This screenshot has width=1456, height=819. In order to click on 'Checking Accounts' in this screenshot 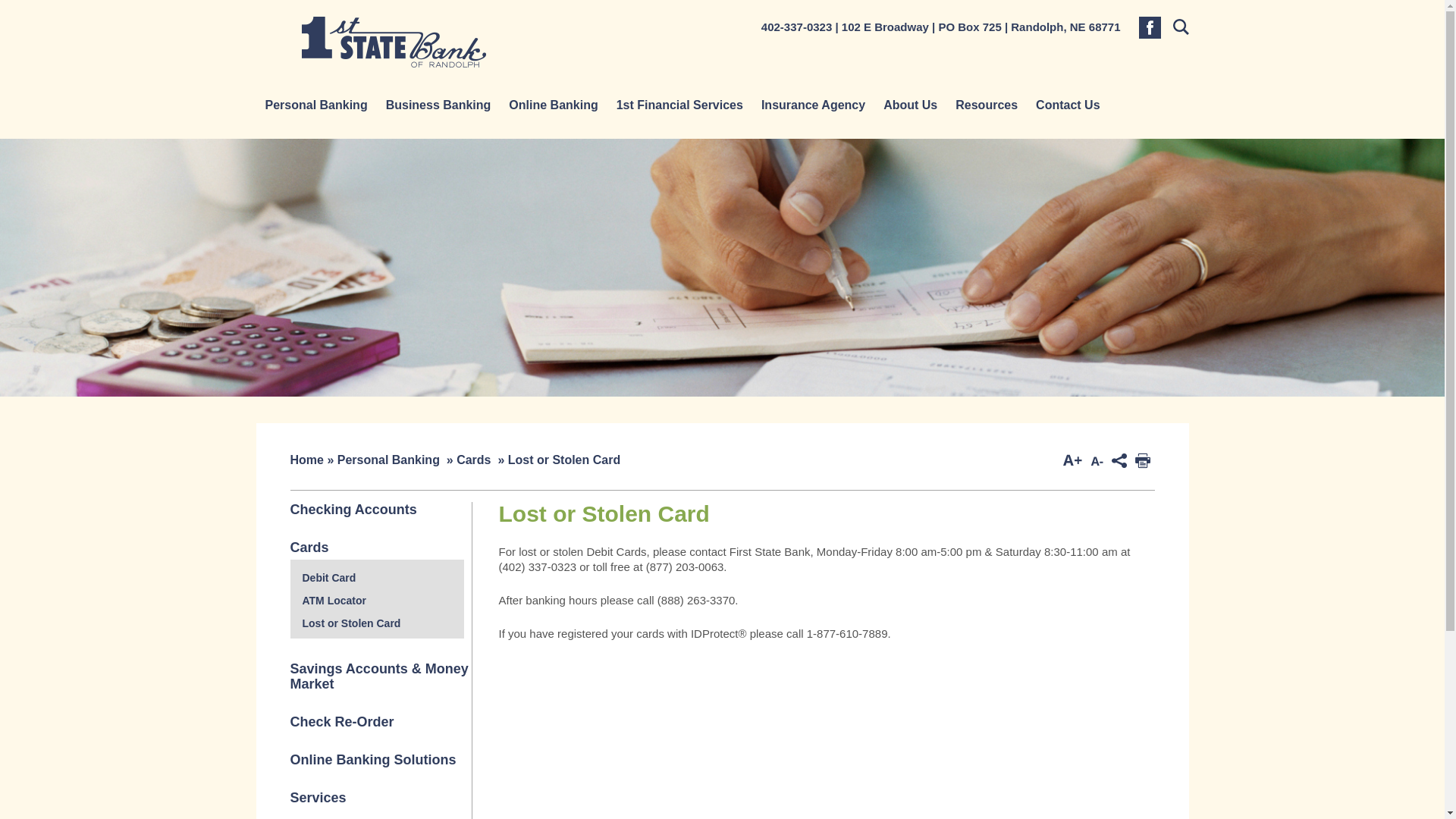, I will do `click(352, 509)`.